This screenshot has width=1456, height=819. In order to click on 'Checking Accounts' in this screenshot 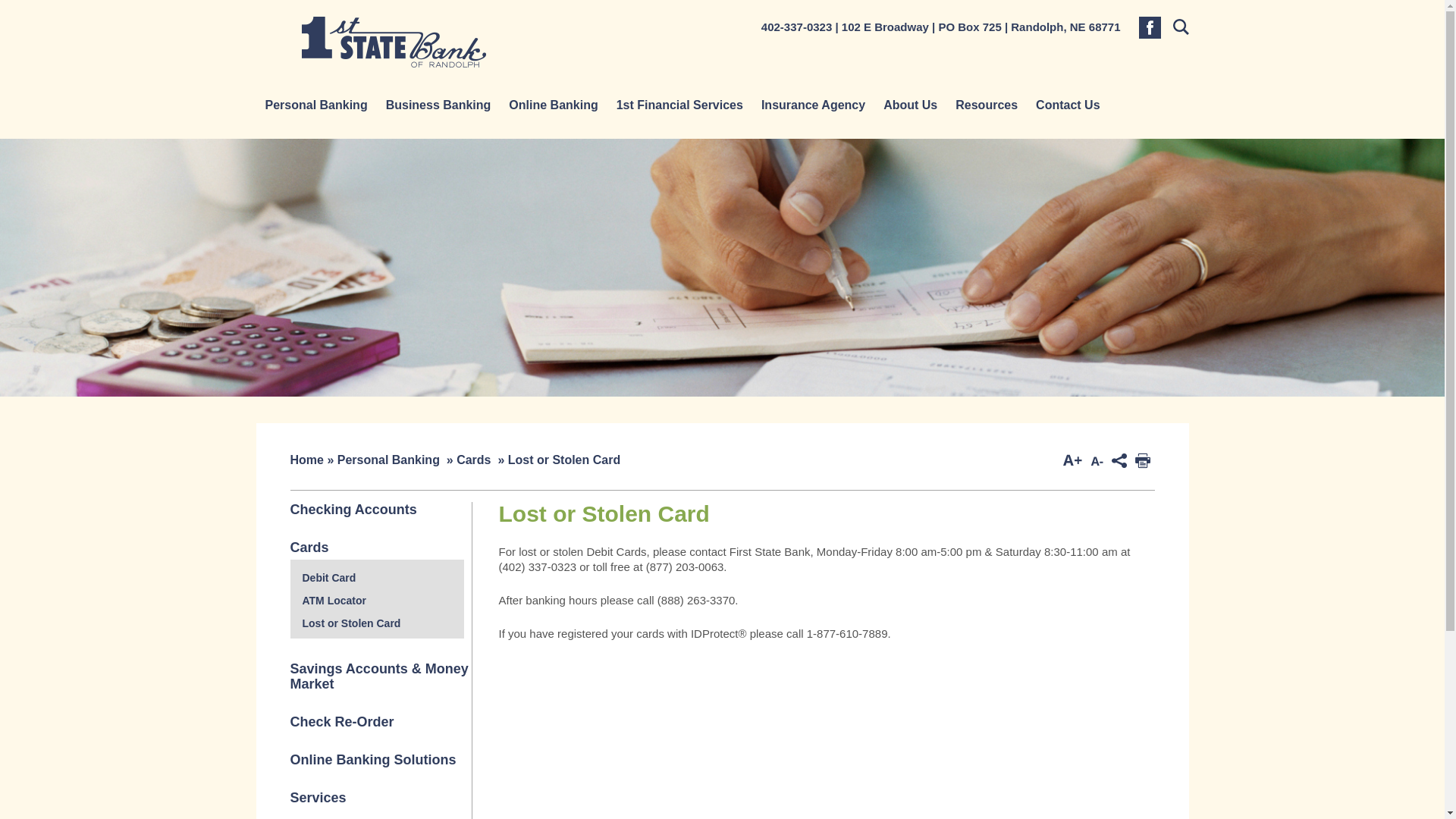, I will do `click(352, 509)`.